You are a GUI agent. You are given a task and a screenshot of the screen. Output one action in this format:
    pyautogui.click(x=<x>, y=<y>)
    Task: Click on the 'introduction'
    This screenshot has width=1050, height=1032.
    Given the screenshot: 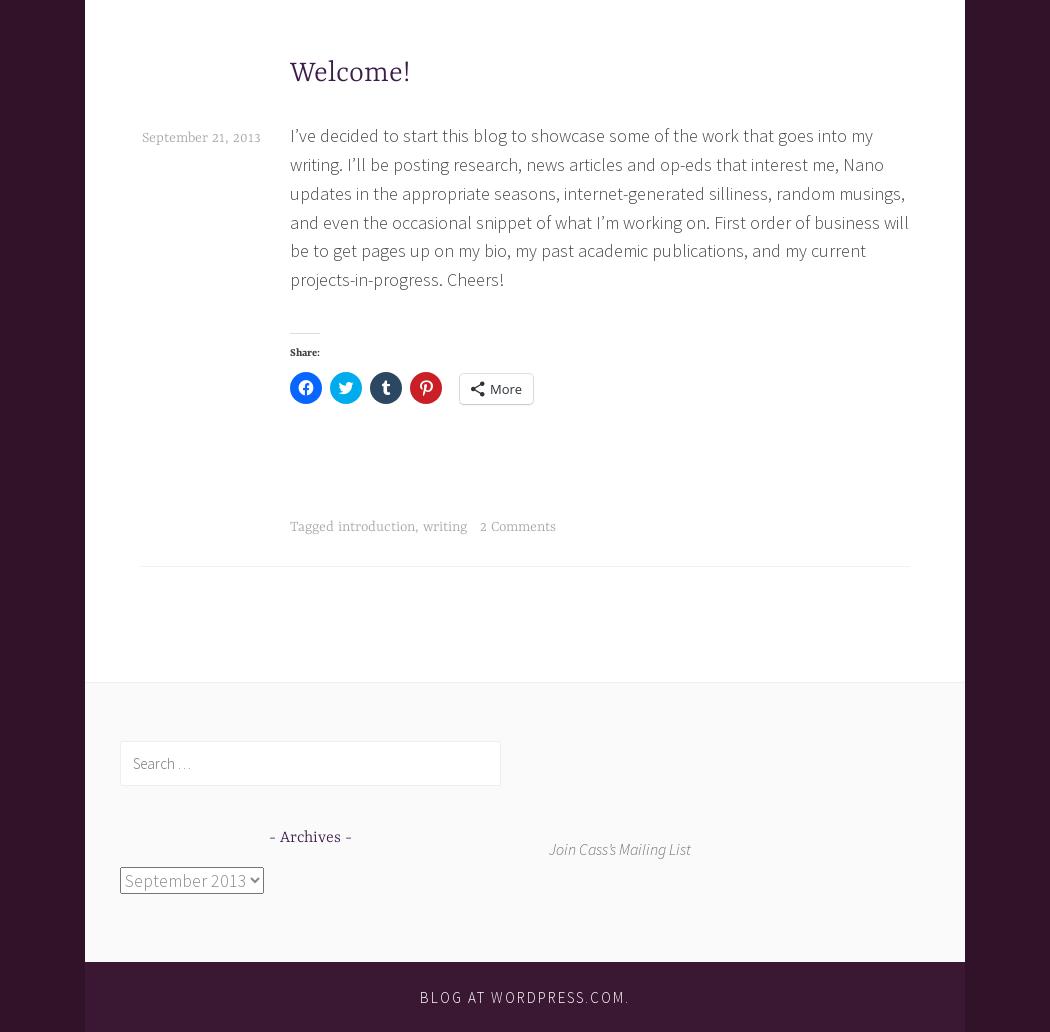 What is the action you would take?
    pyautogui.click(x=376, y=526)
    